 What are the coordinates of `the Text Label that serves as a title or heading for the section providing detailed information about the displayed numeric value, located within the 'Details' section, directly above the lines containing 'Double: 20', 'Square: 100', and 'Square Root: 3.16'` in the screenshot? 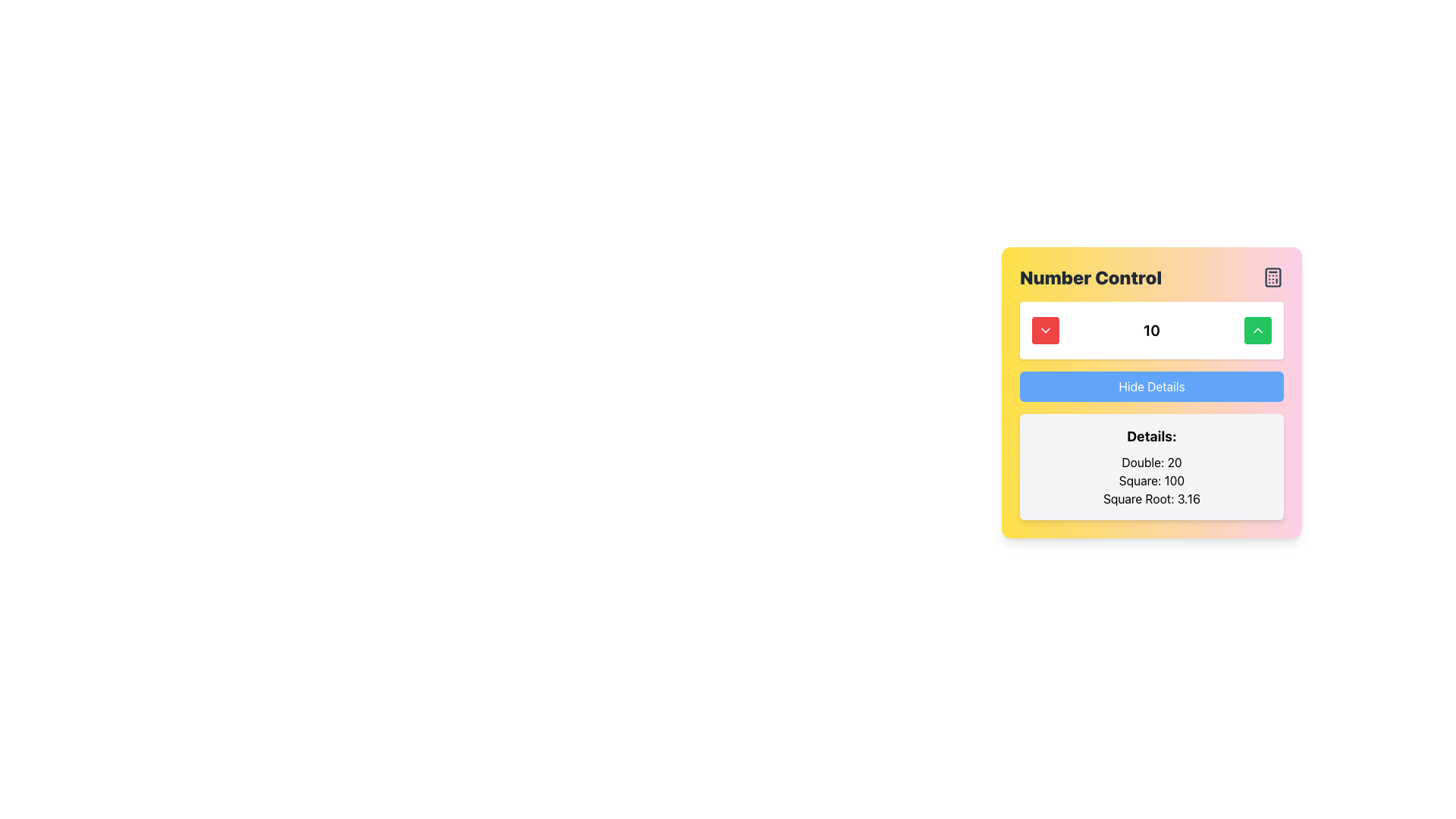 It's located at (1151, 436).